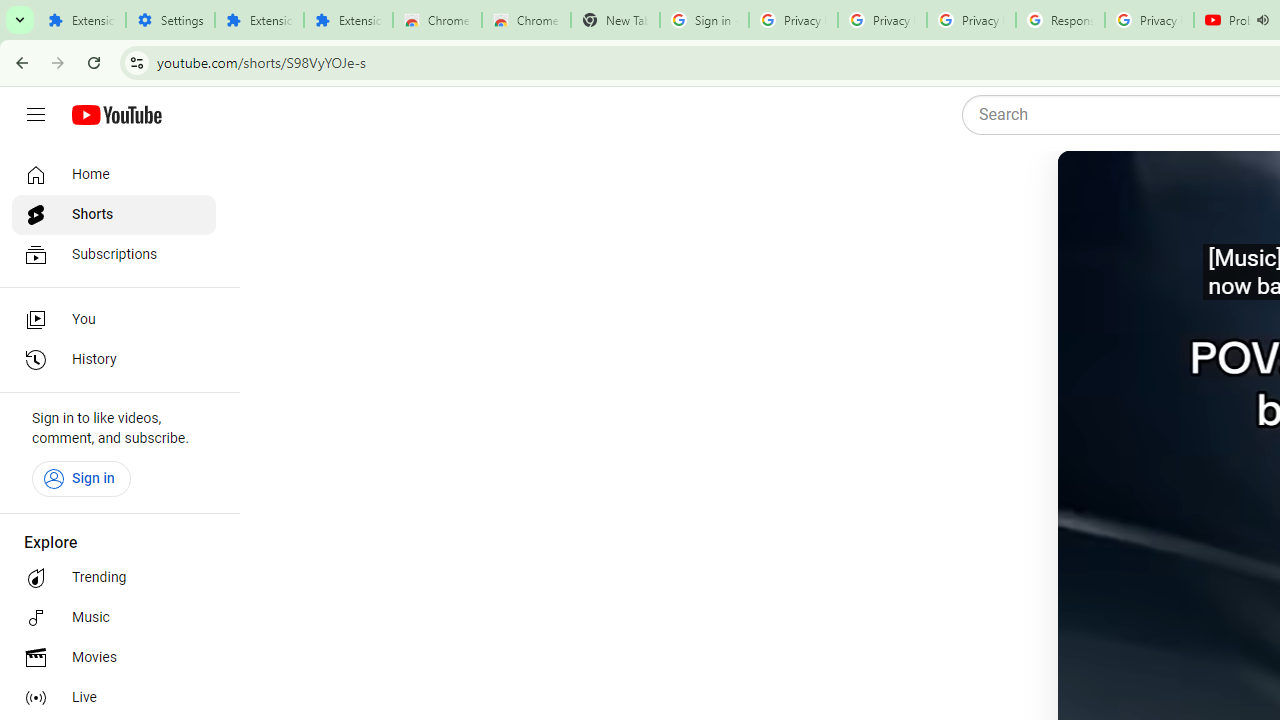 This screenshot has width=1280, height=720. Describe the element at coordinates (436, 20) in the screenshot. I see `'Chrome Web Store'` at that location.